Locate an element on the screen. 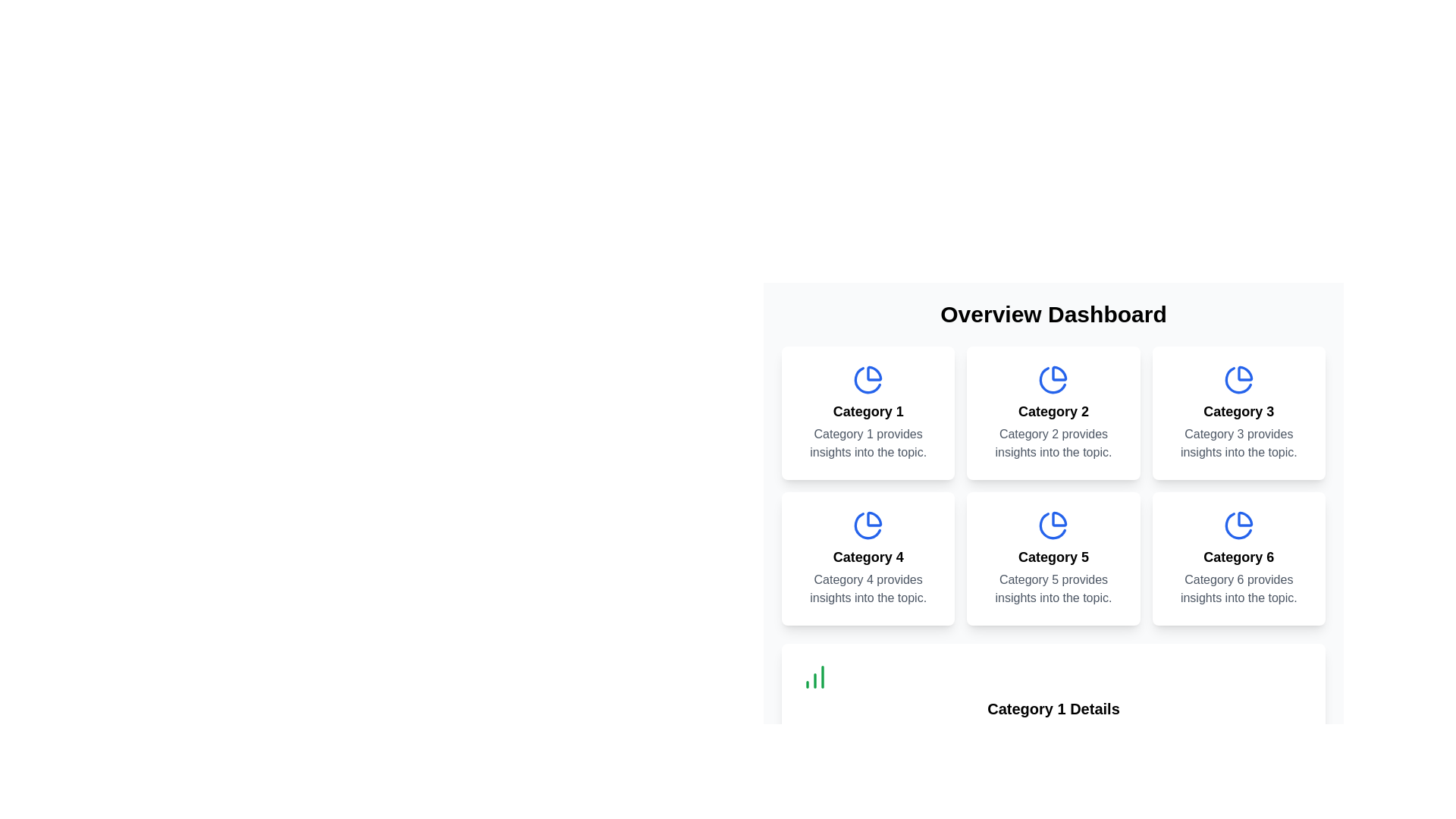  the clickable card representing 'Category 6' in the bottom-right corner of the dashboard to trigger a visual effect or tooltip is located at coordinates (1238, 558).